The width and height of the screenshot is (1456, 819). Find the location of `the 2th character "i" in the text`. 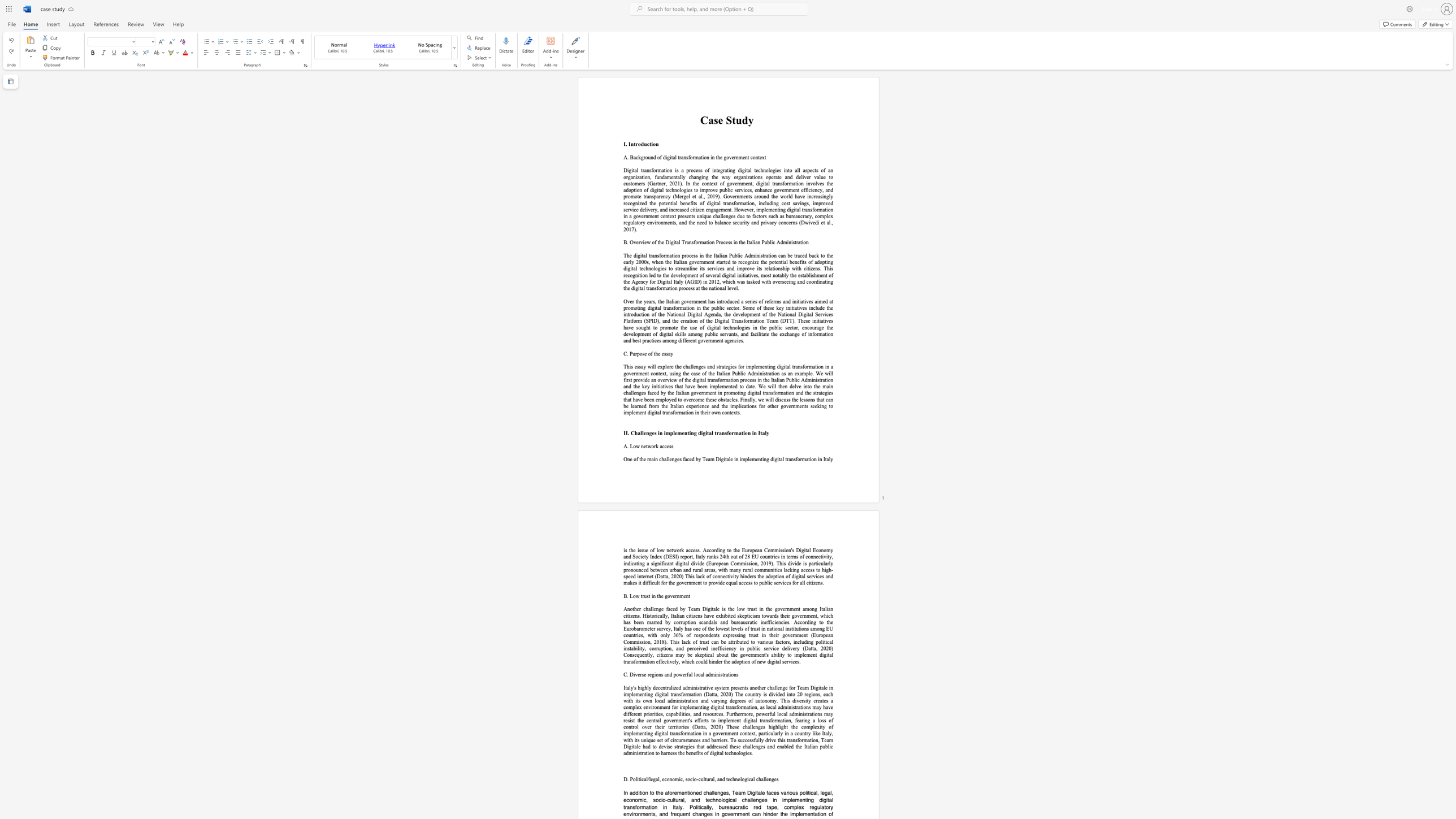

the 2th character "i" in the text is located at coordinates (670, 241).